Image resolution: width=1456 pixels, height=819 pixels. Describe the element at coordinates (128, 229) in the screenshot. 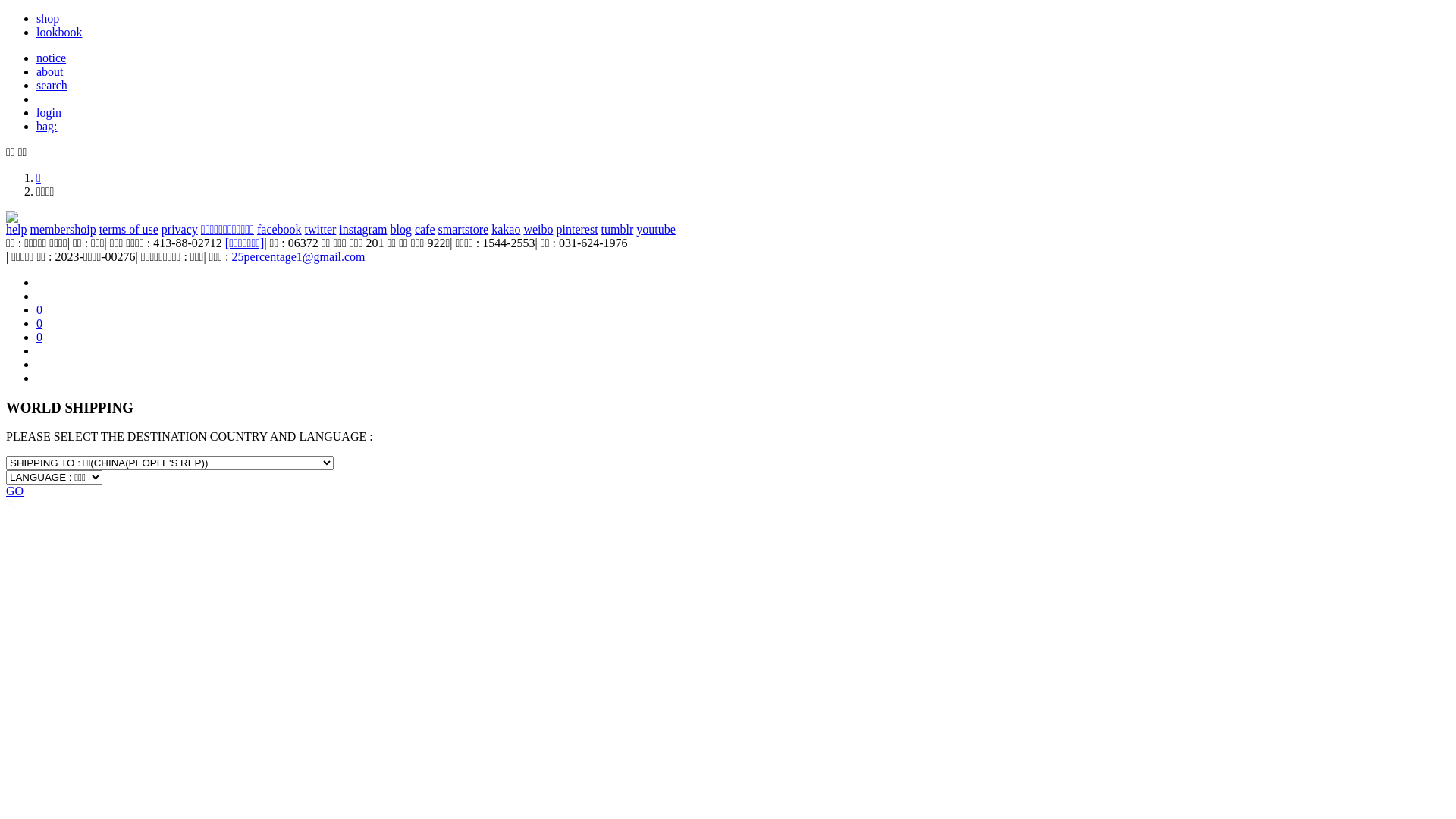

I see `'terms of use'` at that location.